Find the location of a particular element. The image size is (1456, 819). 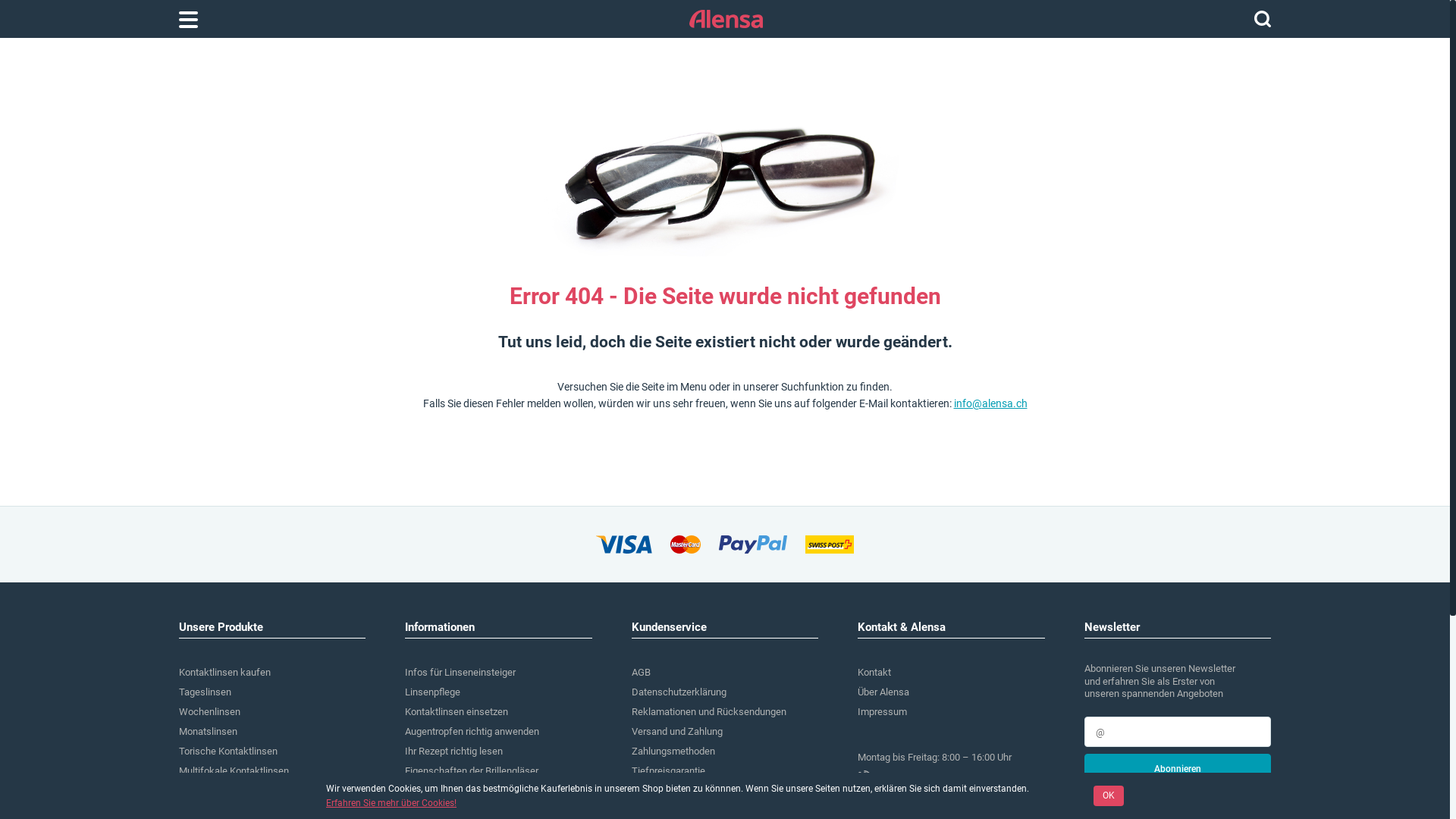

'Kontaktlinsen kaufen' is located at coordinates (224, 671).